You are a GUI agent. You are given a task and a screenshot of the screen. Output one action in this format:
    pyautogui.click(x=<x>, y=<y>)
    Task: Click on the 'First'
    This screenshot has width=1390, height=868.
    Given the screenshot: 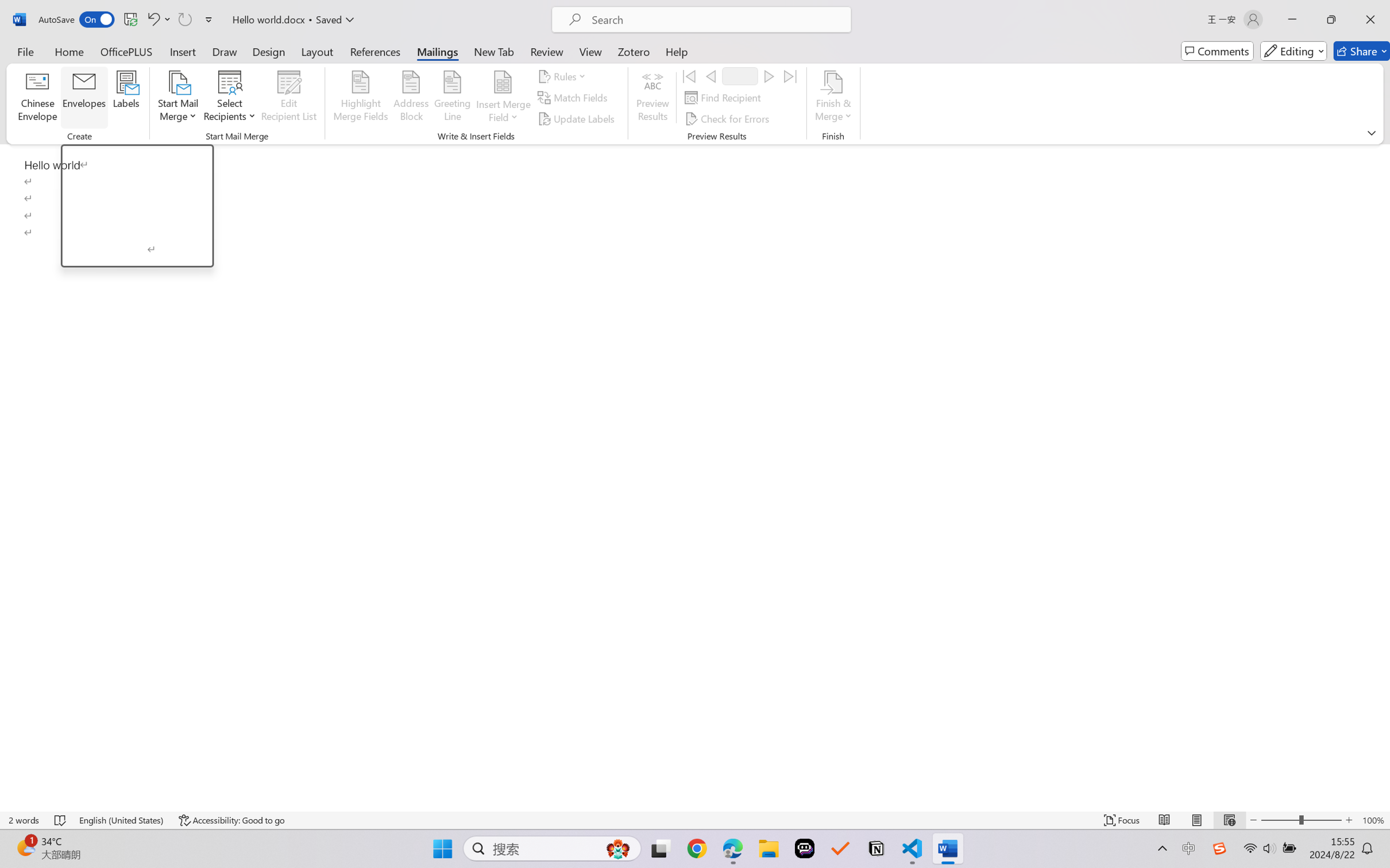 What is the action you would take?
    pyautogui.click(x=689, y=75)
    